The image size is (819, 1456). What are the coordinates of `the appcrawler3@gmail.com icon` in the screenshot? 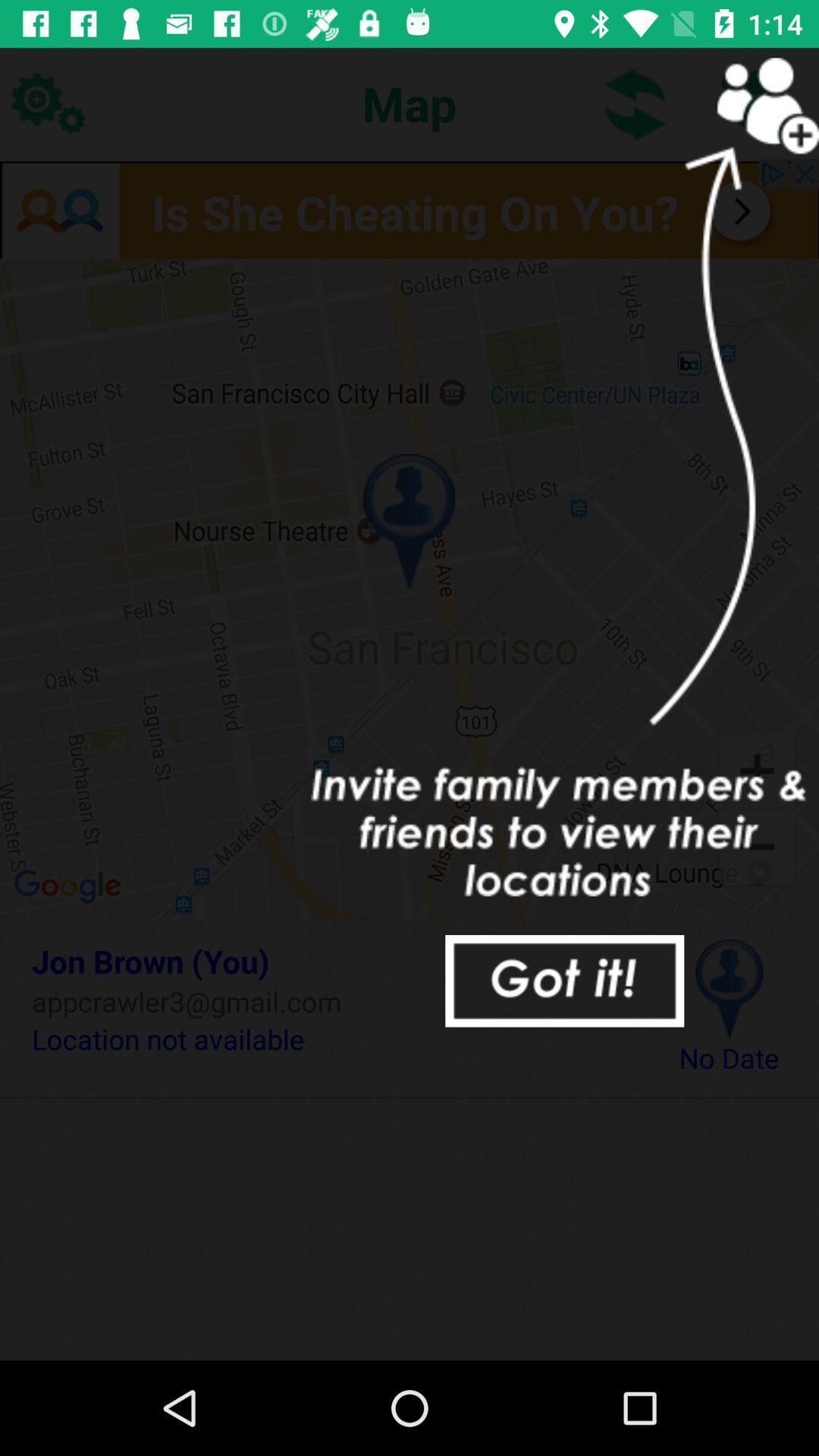 It's located at (331, 1001).